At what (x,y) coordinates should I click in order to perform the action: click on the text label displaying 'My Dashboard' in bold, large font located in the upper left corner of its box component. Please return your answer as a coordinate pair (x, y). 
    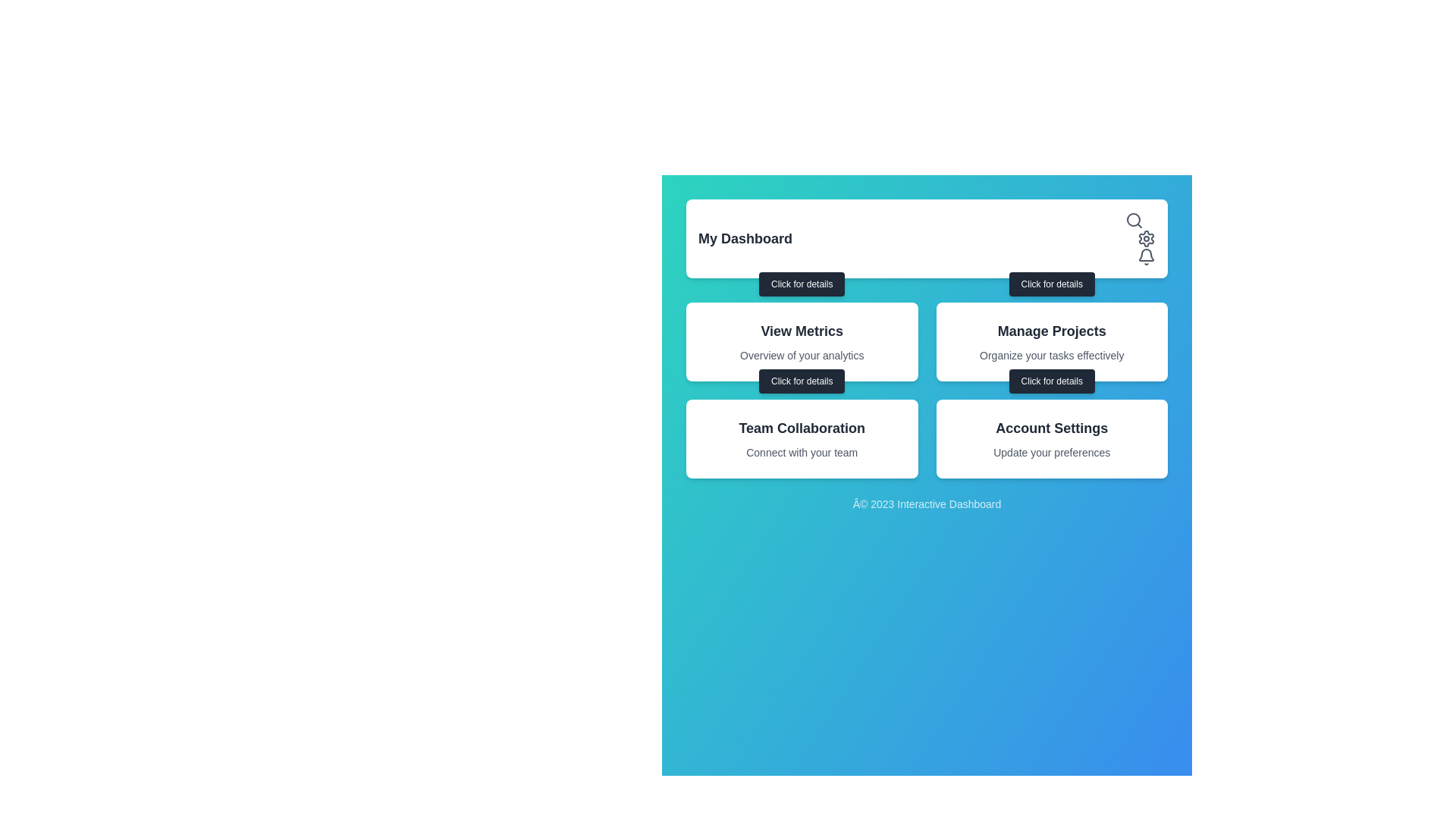
    Looking at the image, I should click on (745, 239).